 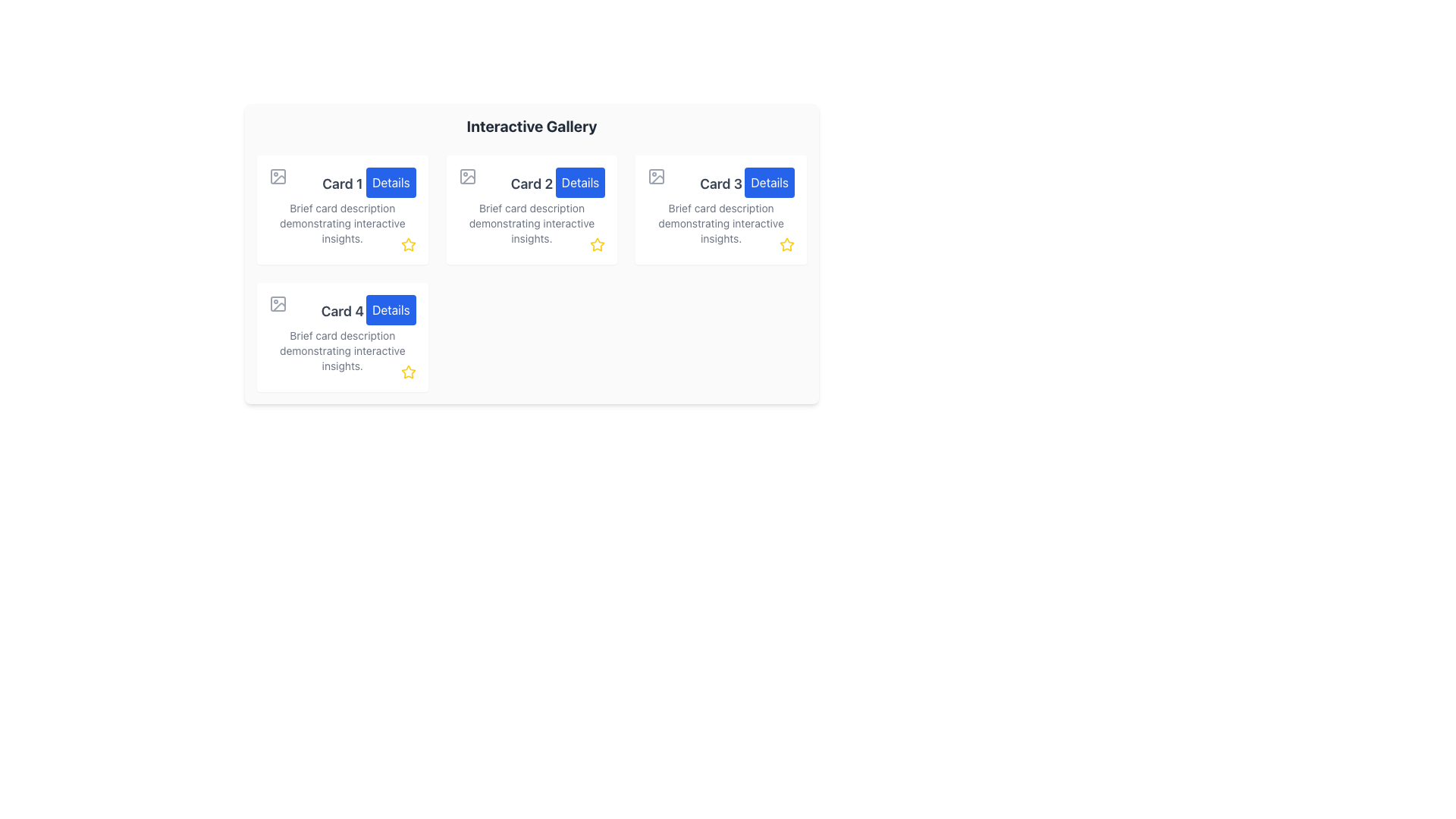 I want to click on the 'Details' button, so click(x=391, y=181).